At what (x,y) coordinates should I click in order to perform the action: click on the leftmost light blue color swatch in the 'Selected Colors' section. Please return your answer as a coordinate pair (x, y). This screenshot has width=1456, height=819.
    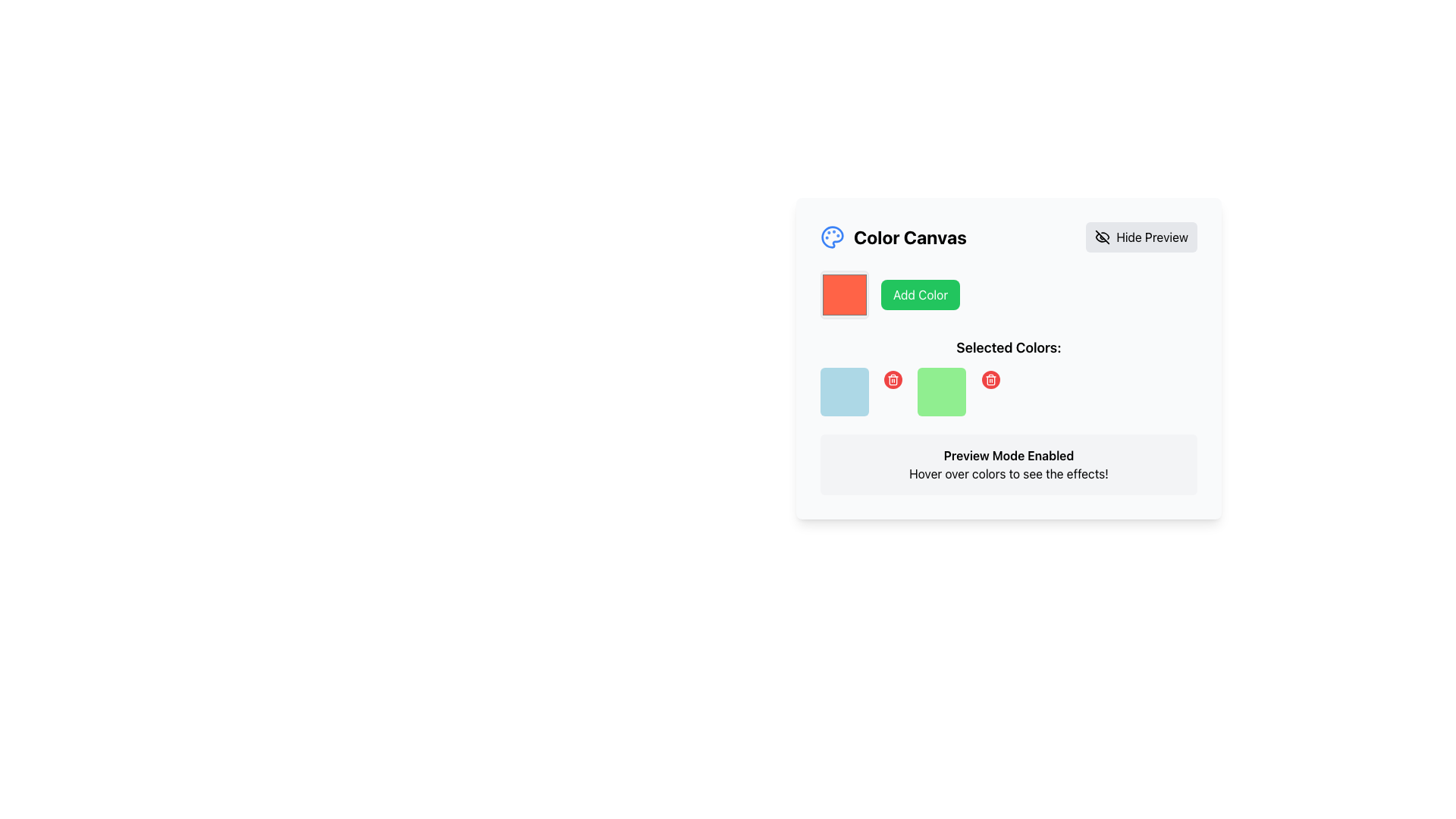
    Looking at the image, I should click on (843, 391).